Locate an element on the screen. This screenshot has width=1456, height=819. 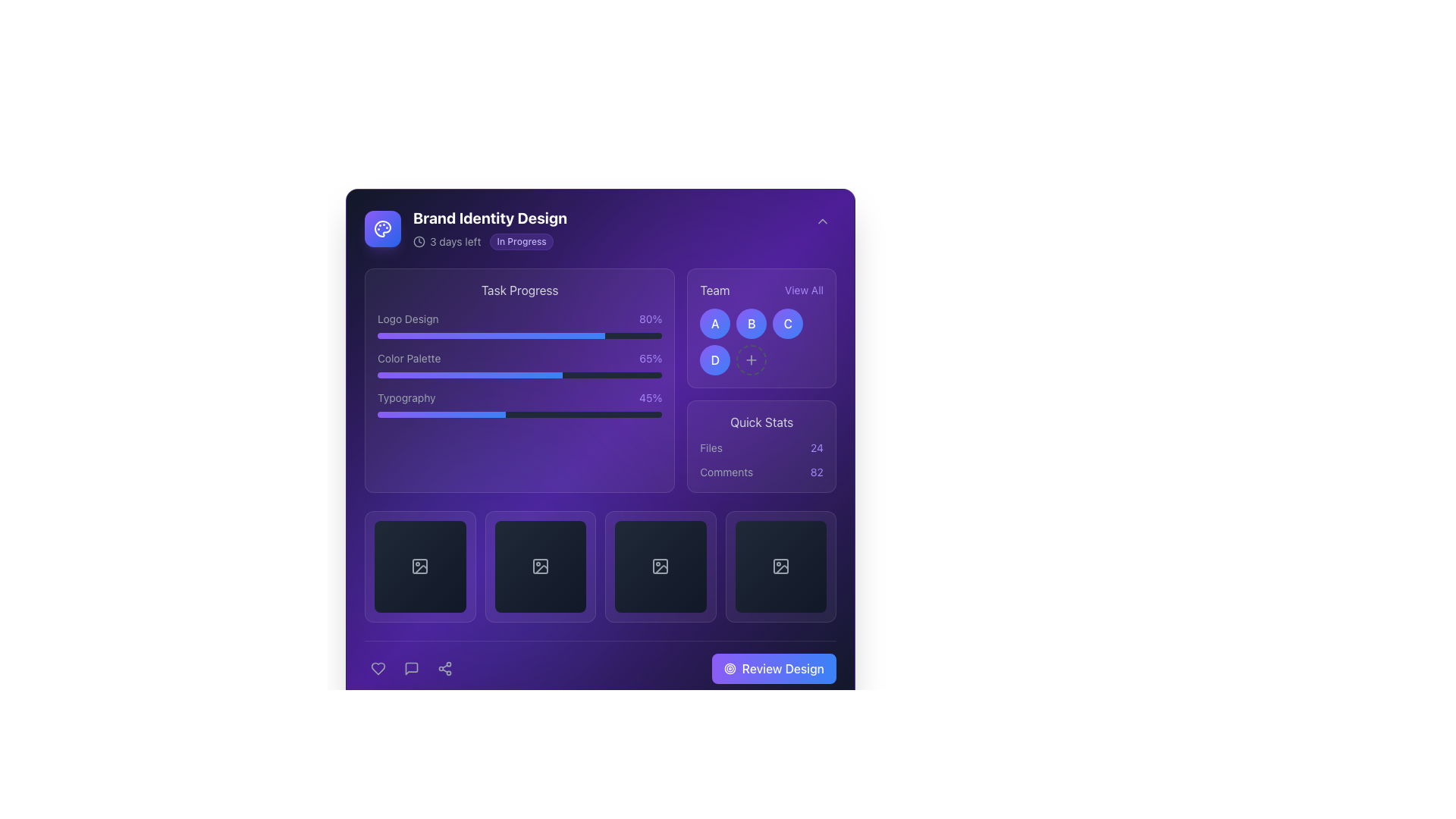
title label of the 'Quick Stats' section located in the top-right of the panel, above the 'Files' and 'Comments' sections is located at coordinates (761, 422).